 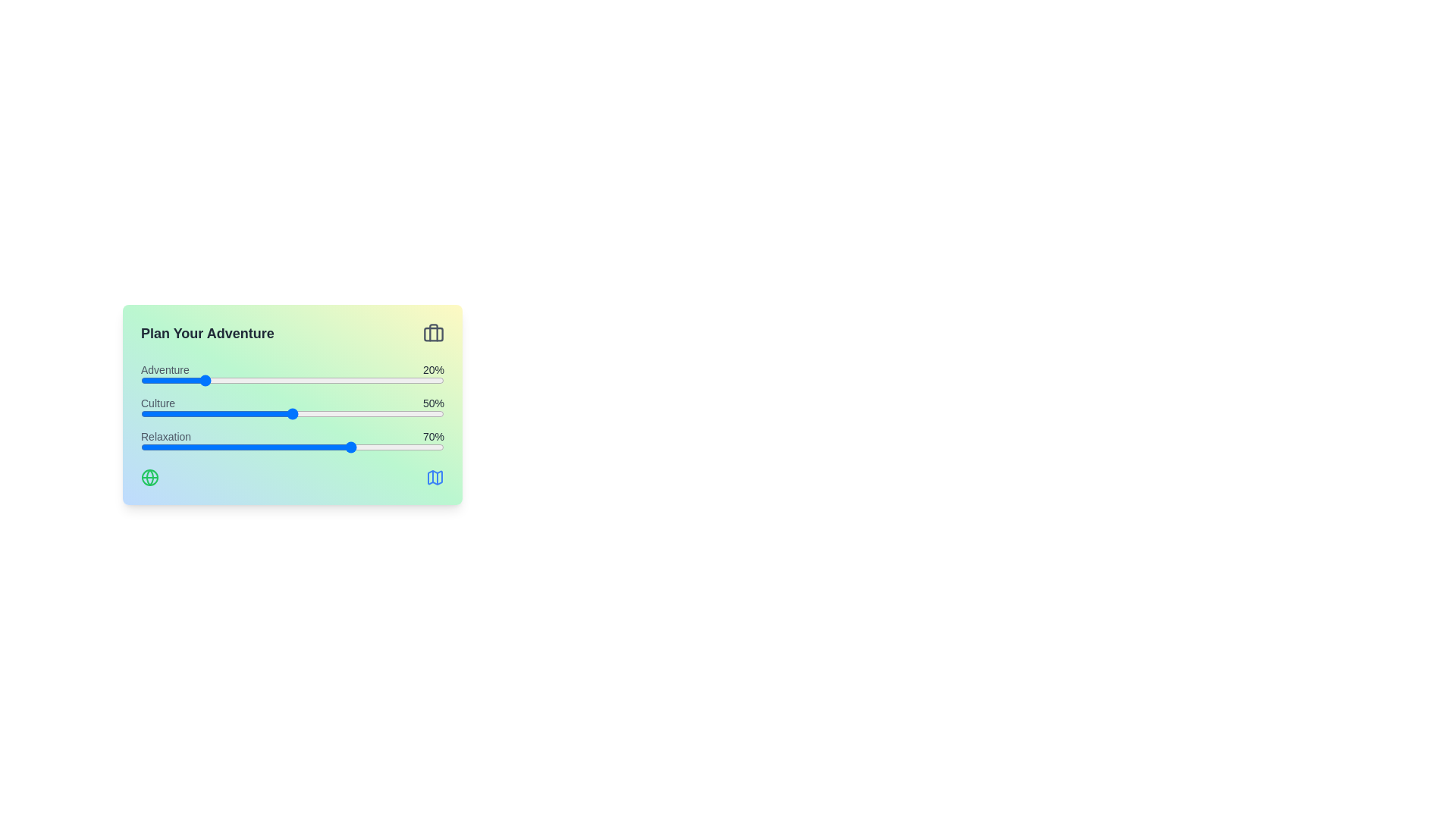 I want to click on the 'Relaxation' slider to 65%, so click(x=337, y=447).